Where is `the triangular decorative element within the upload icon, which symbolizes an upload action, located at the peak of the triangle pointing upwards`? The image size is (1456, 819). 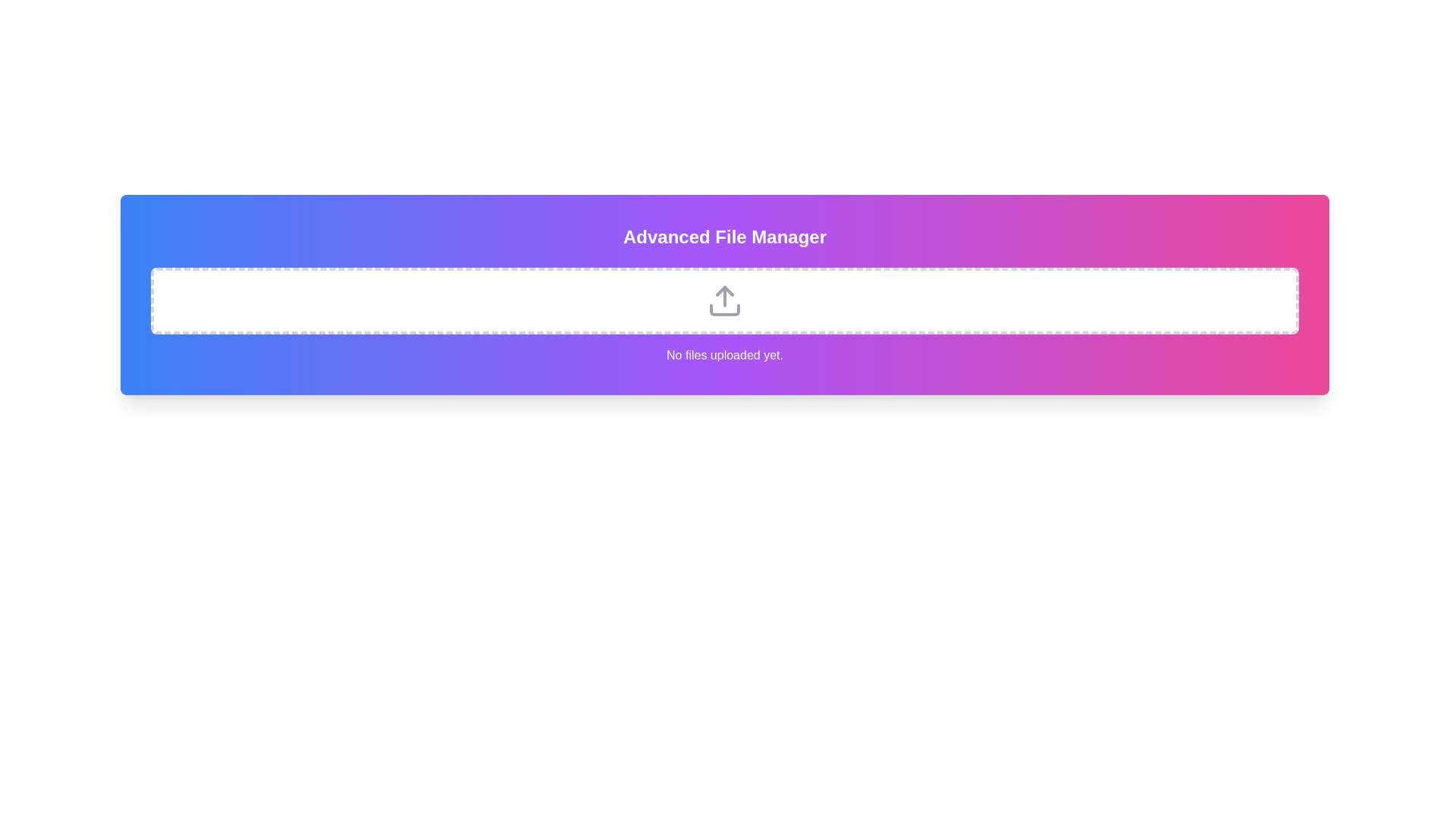 the triangular decorative element within the upload icon, which symbolizes an upload action, located at the peak of the triangle pointing upwards is located at coordinates (723, 291).